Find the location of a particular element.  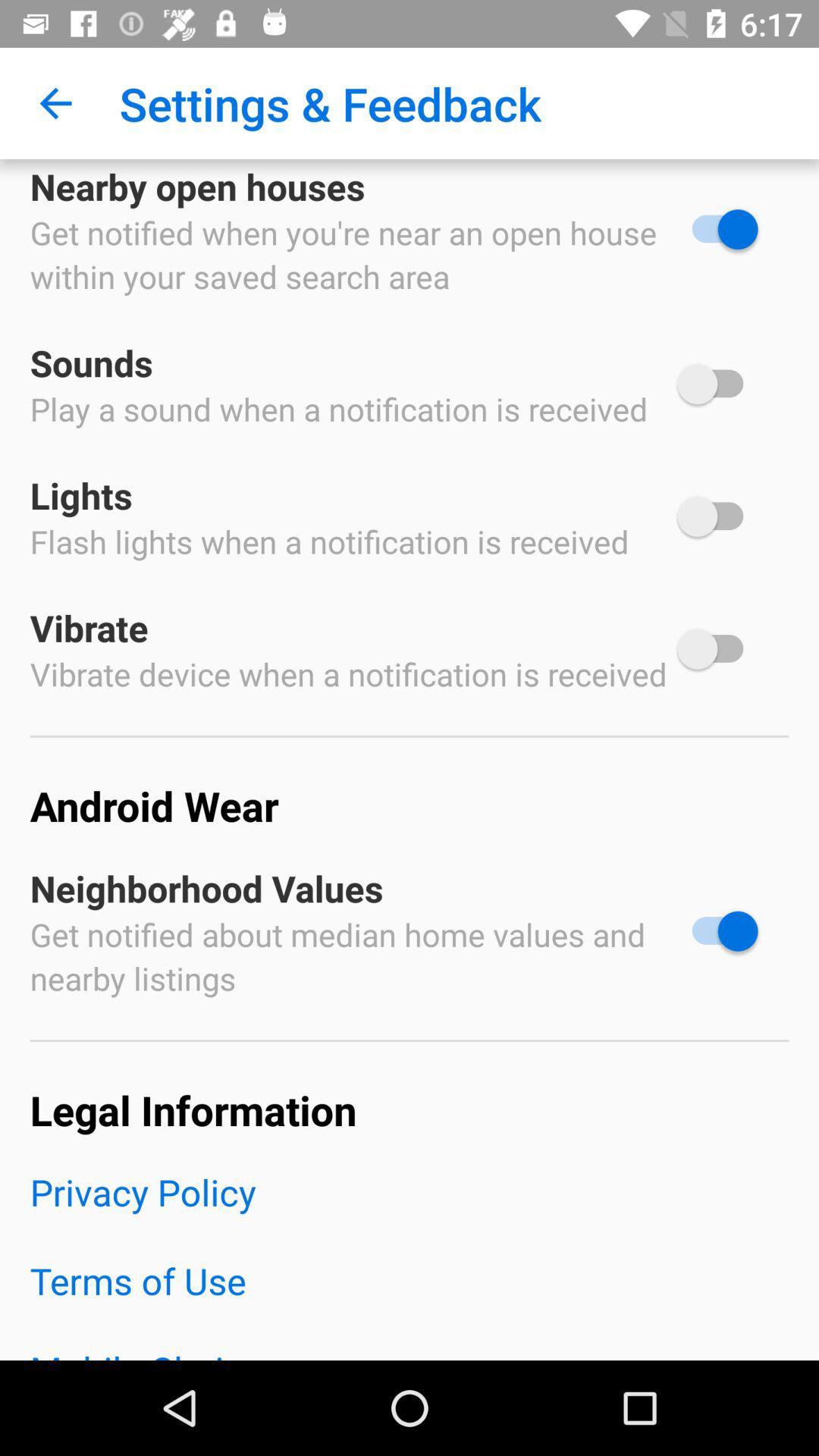

privacy policy is located at coordinates (409, 1211).